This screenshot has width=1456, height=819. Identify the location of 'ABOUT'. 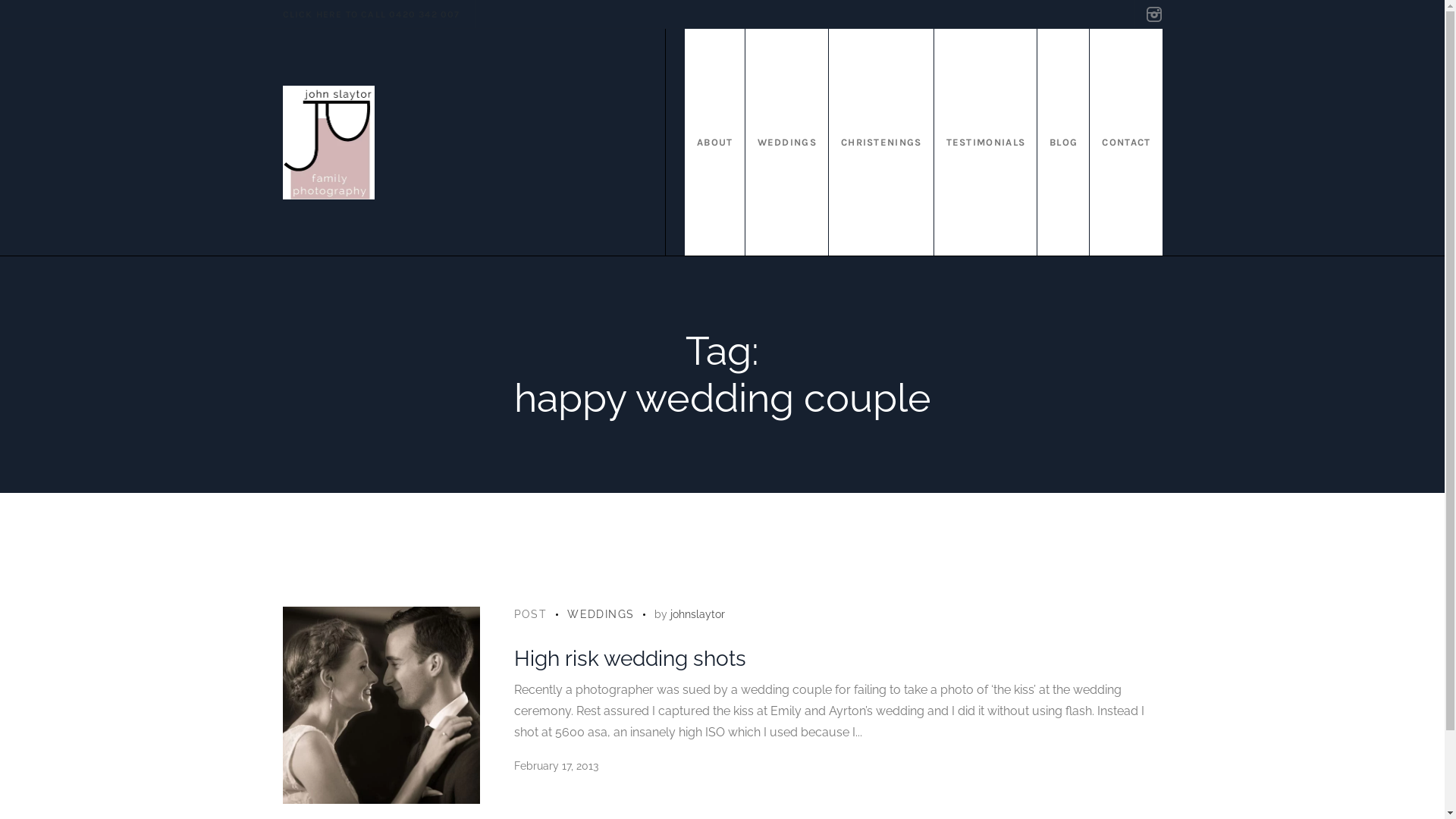
(714, 142).